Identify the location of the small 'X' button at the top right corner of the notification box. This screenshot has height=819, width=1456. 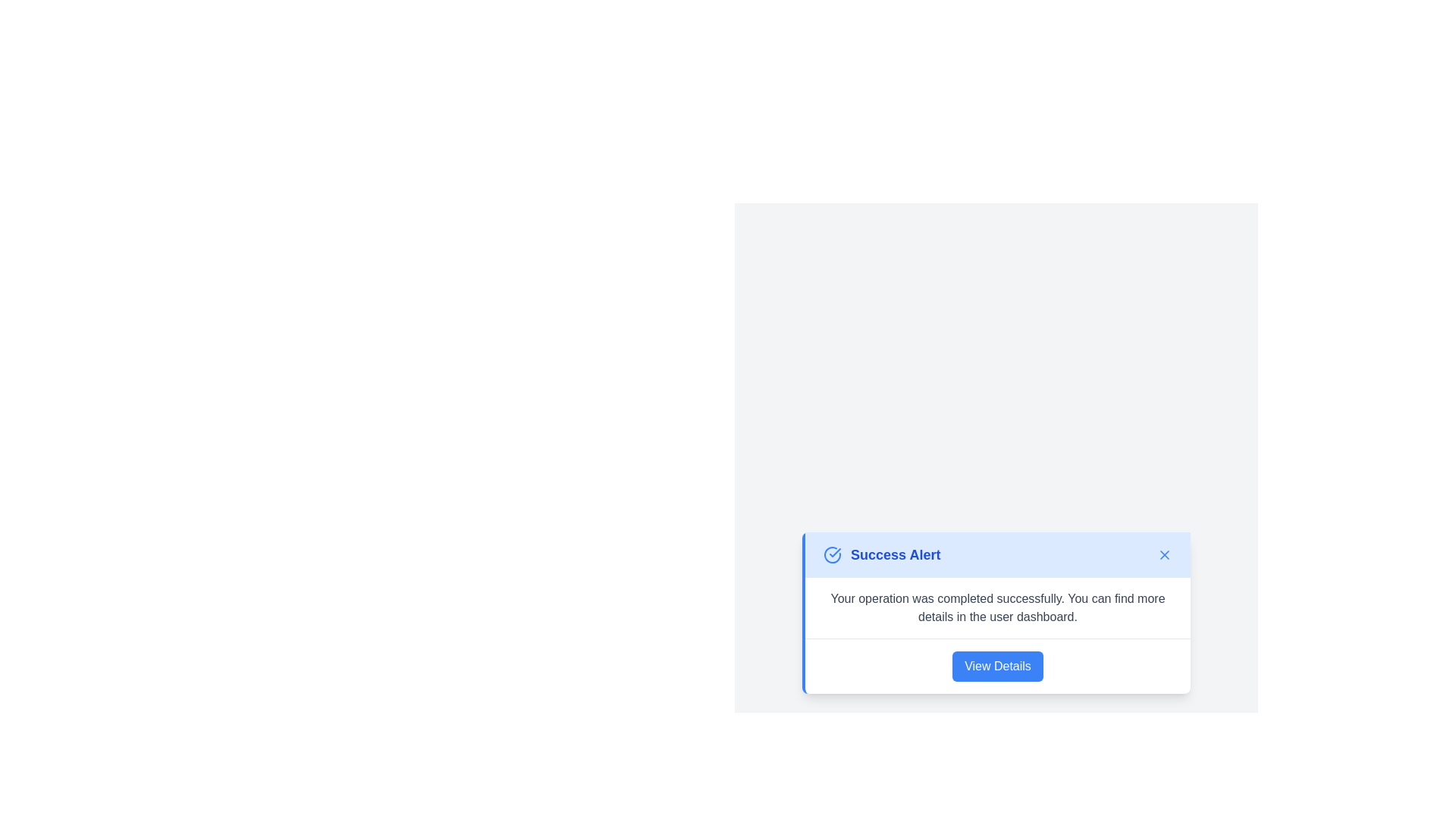
(1164, 554).